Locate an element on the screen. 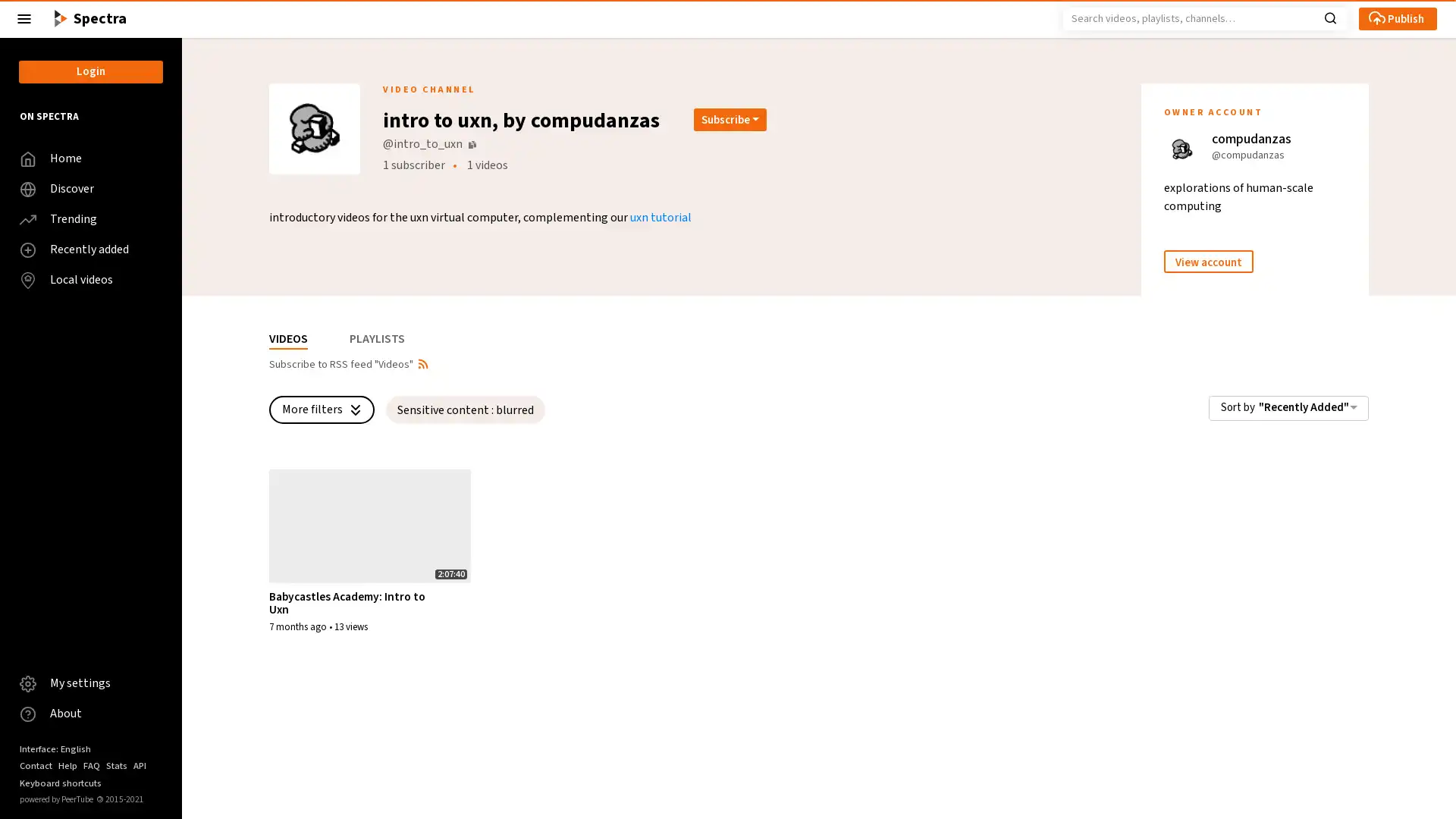 The height and width of the screenshot is (819, 1456). Open subscription dropdown is located at coordinates (730, 119).